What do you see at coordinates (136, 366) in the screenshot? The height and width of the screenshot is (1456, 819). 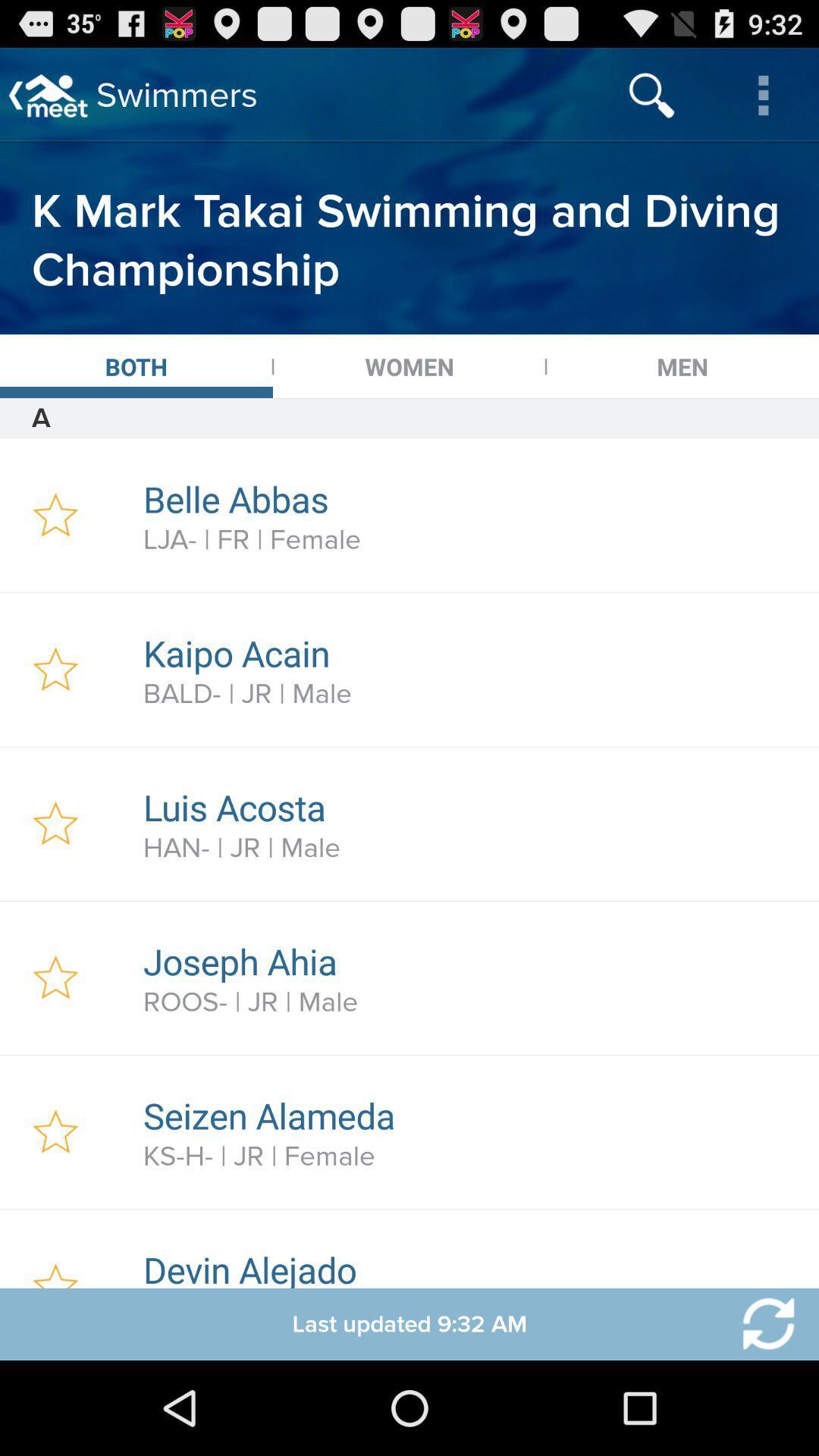 I see `the icon next to the women app` at bounding box center [136, 366].